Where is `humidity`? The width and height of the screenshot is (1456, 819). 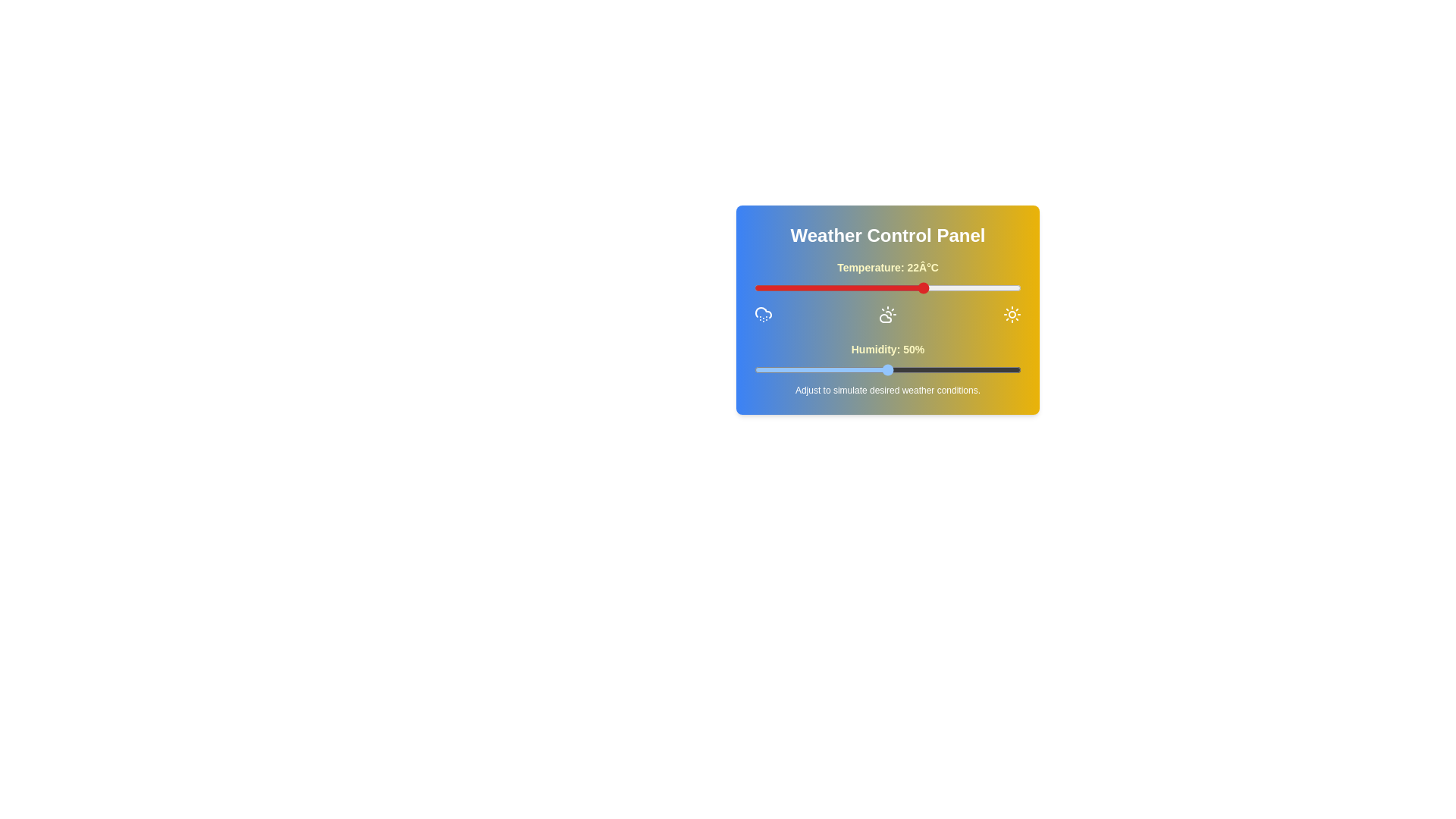 humidity is located at coordinates (946, 370).